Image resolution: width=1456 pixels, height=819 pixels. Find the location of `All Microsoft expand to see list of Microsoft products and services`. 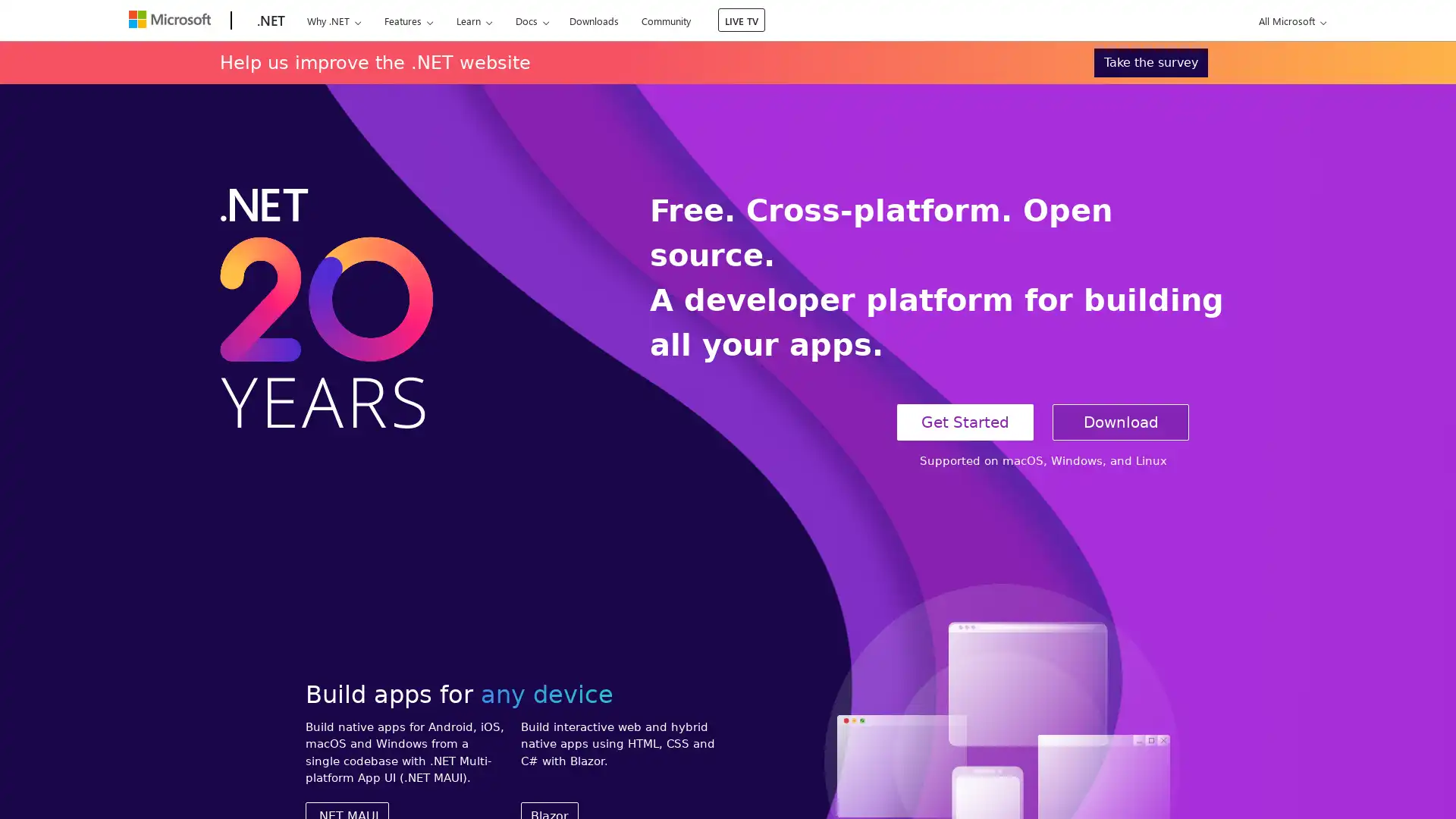

All Microsoft expand to see list of Microsoft products and services is located at coordinates (1289, 20).